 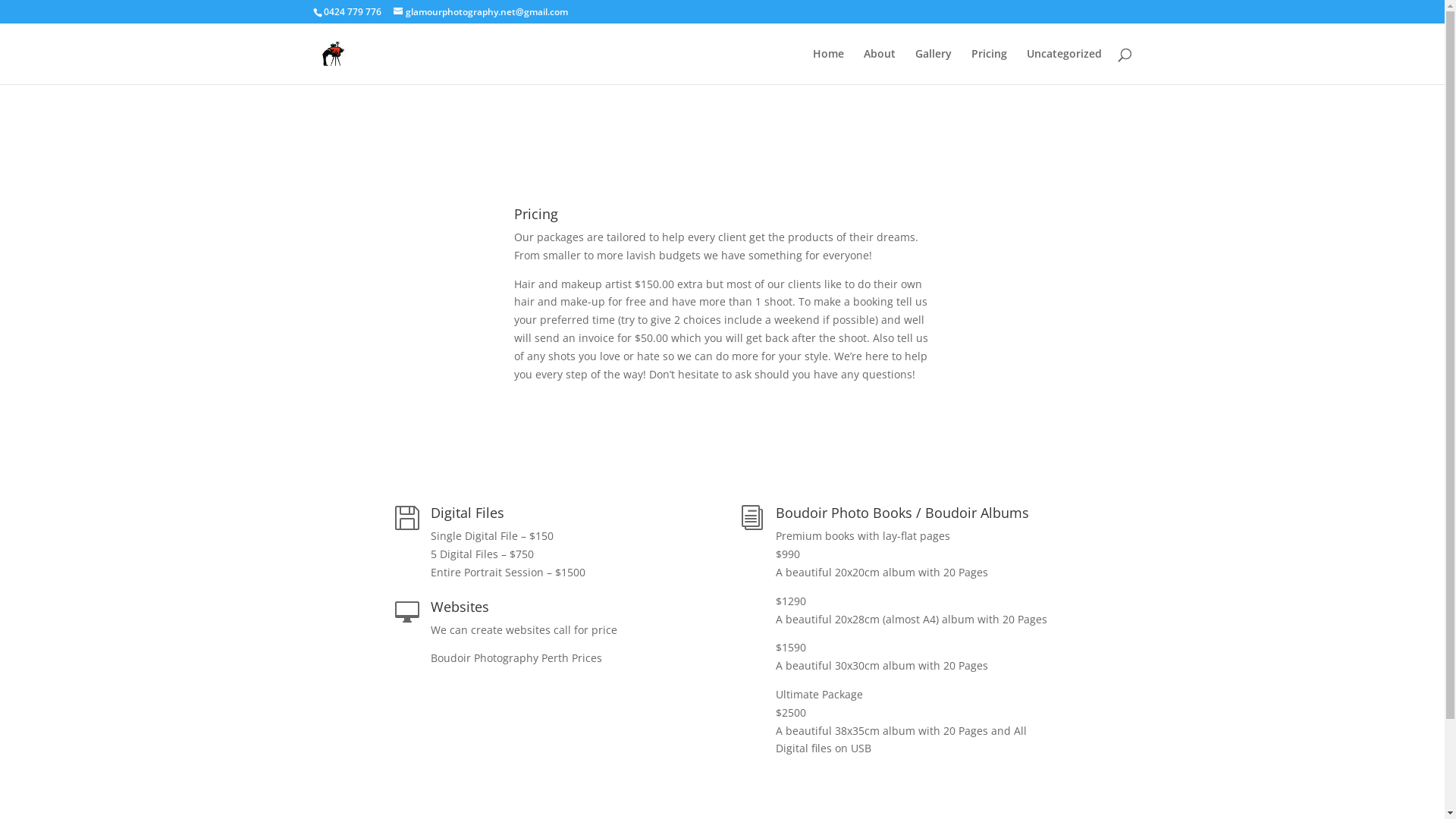 What do you see at coordinates (479, 11) in the screenshot?
I see `'glamourphotography.net@gmail.com'` at bounding box center [479, 11].